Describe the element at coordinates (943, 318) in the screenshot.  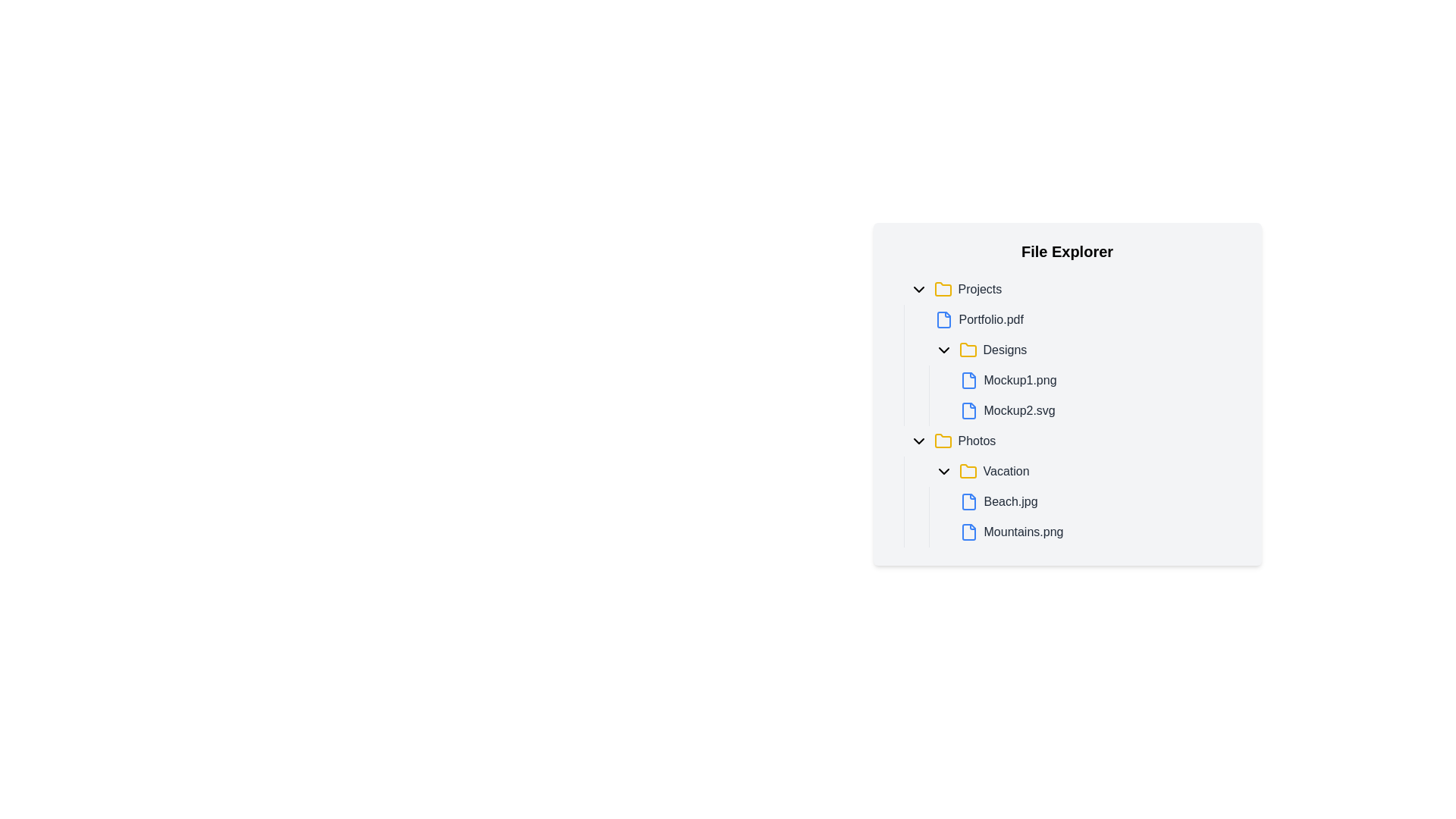
I see `the file icon with a blue stroke adjacent to 'Portfolio.pdf' in the Projects category` at that location.